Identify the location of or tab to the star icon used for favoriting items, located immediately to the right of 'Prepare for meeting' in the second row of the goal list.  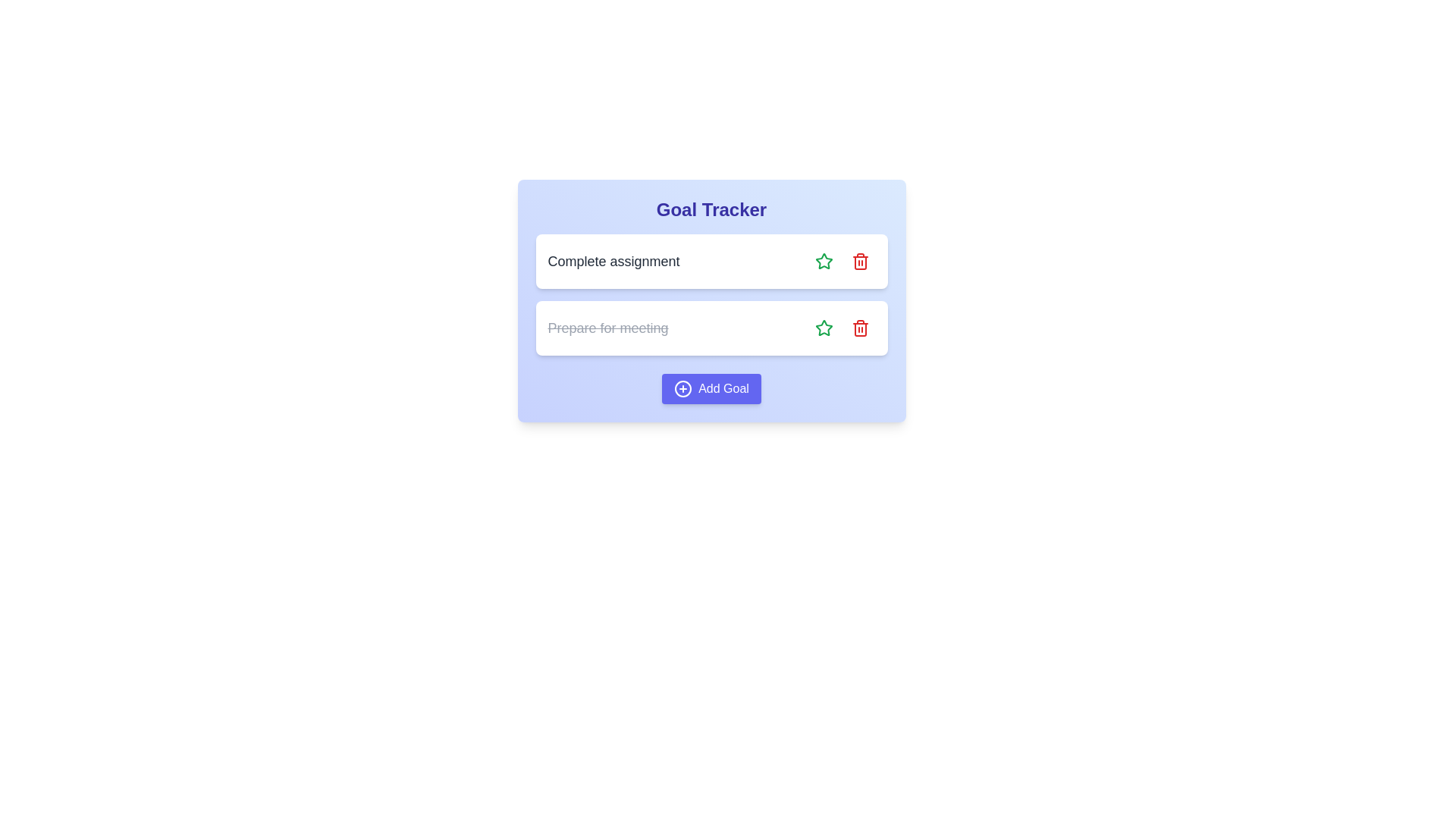
(823, 327).